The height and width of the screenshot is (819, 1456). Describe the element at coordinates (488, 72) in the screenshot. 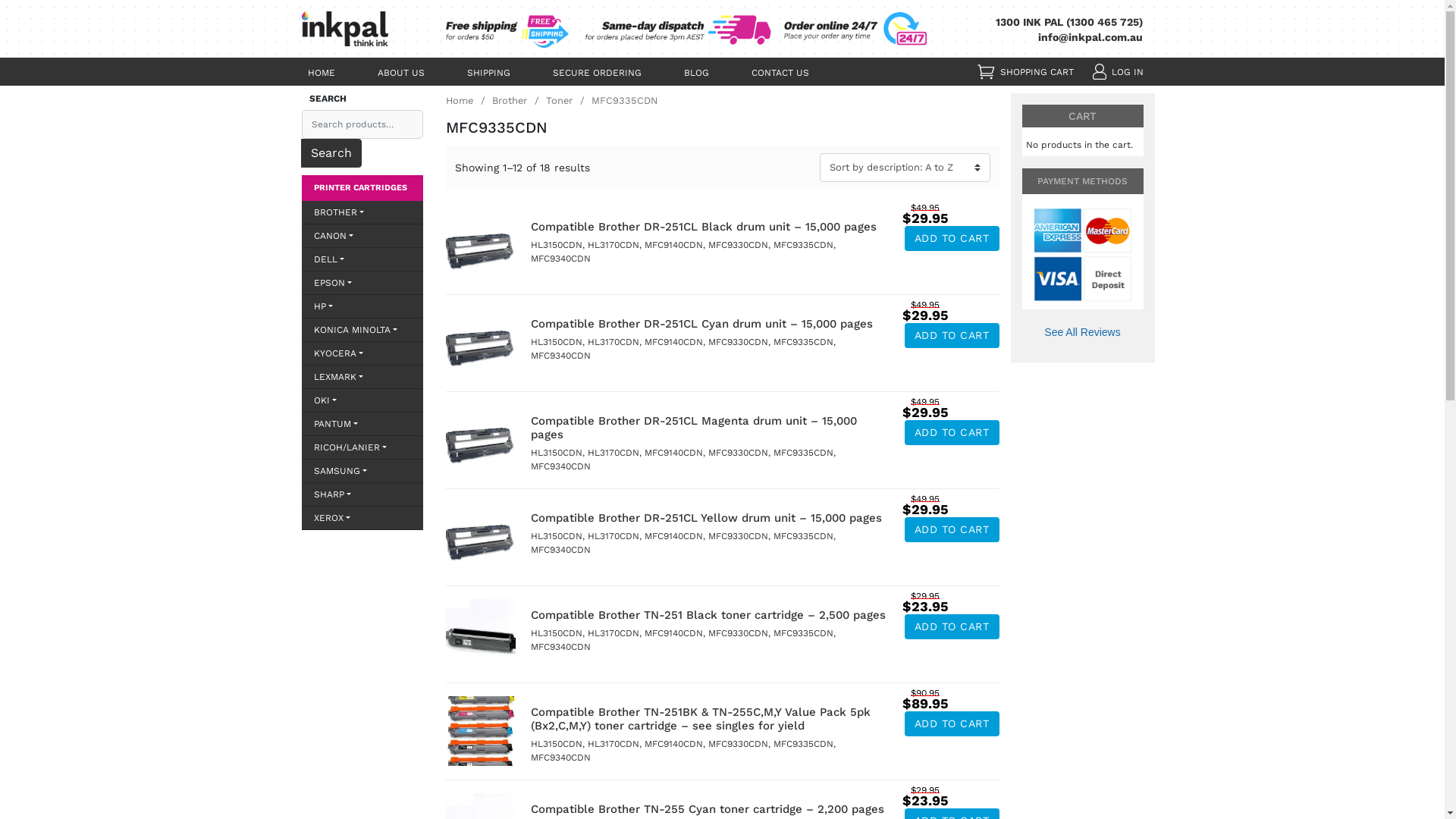

I see `'SHIPPING'` at that location.